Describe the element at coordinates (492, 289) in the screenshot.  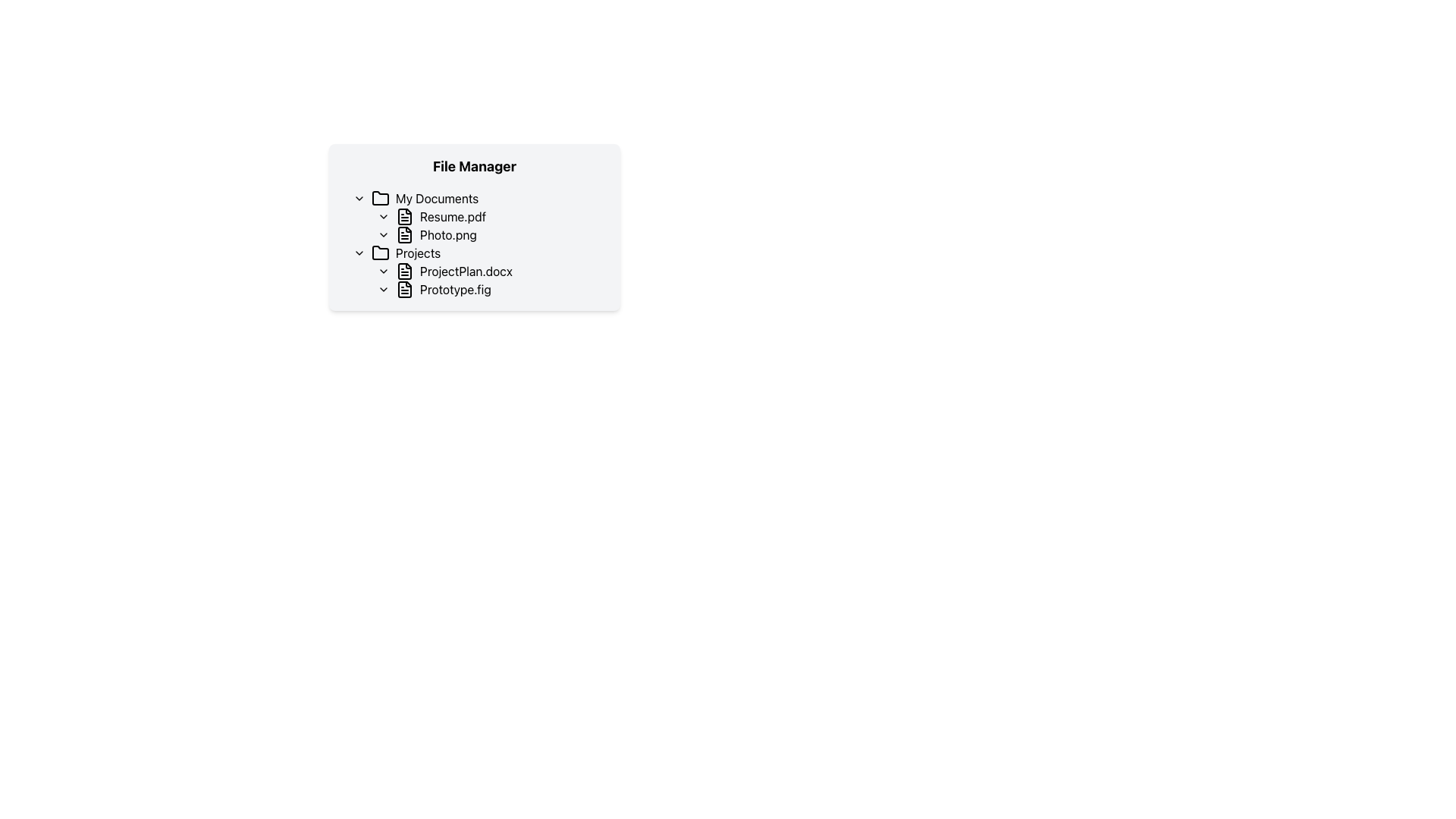
I see `the second entry` at that location.